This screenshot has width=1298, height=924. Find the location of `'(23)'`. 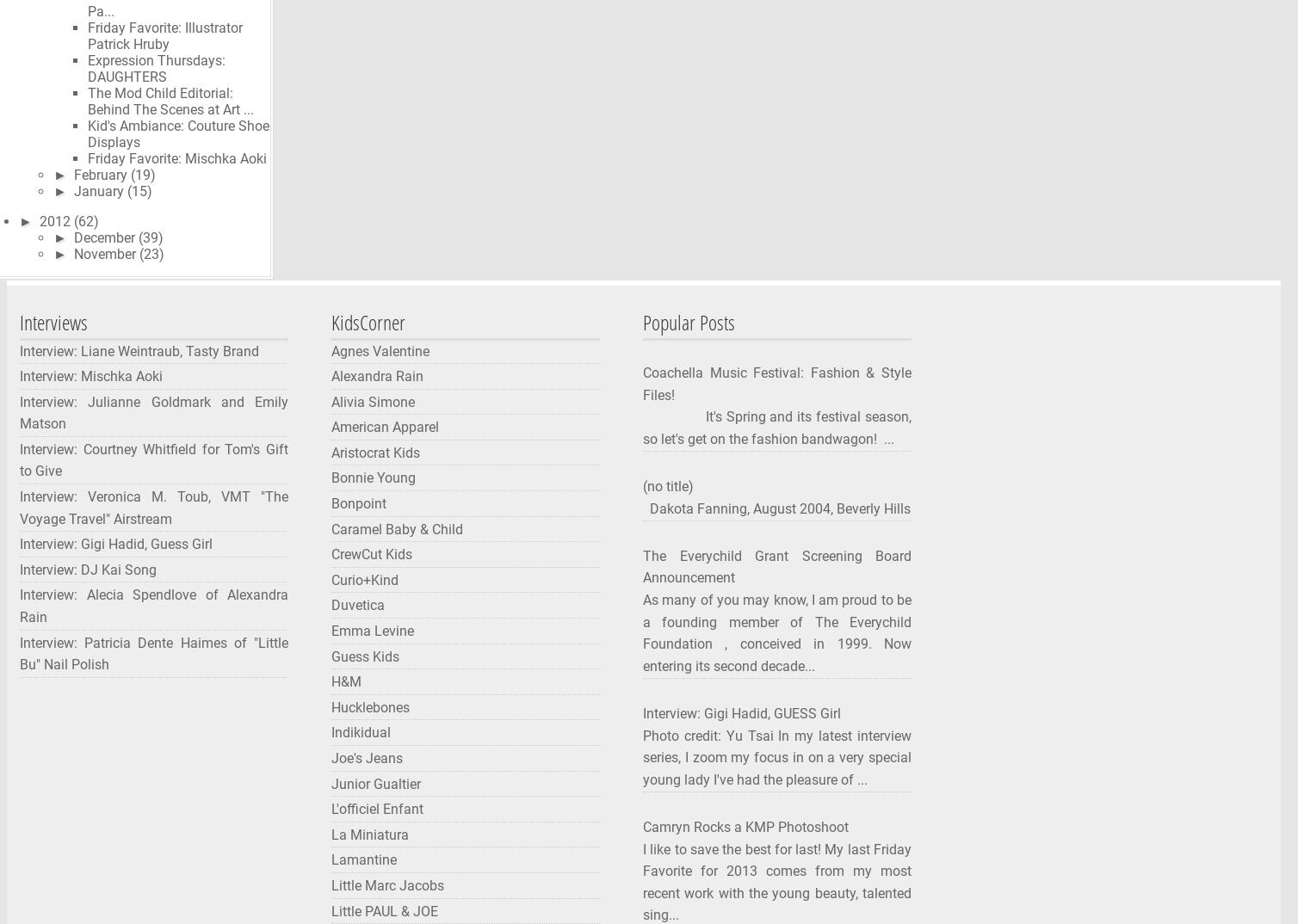

'(23)' is located at coordinates (151, 253).